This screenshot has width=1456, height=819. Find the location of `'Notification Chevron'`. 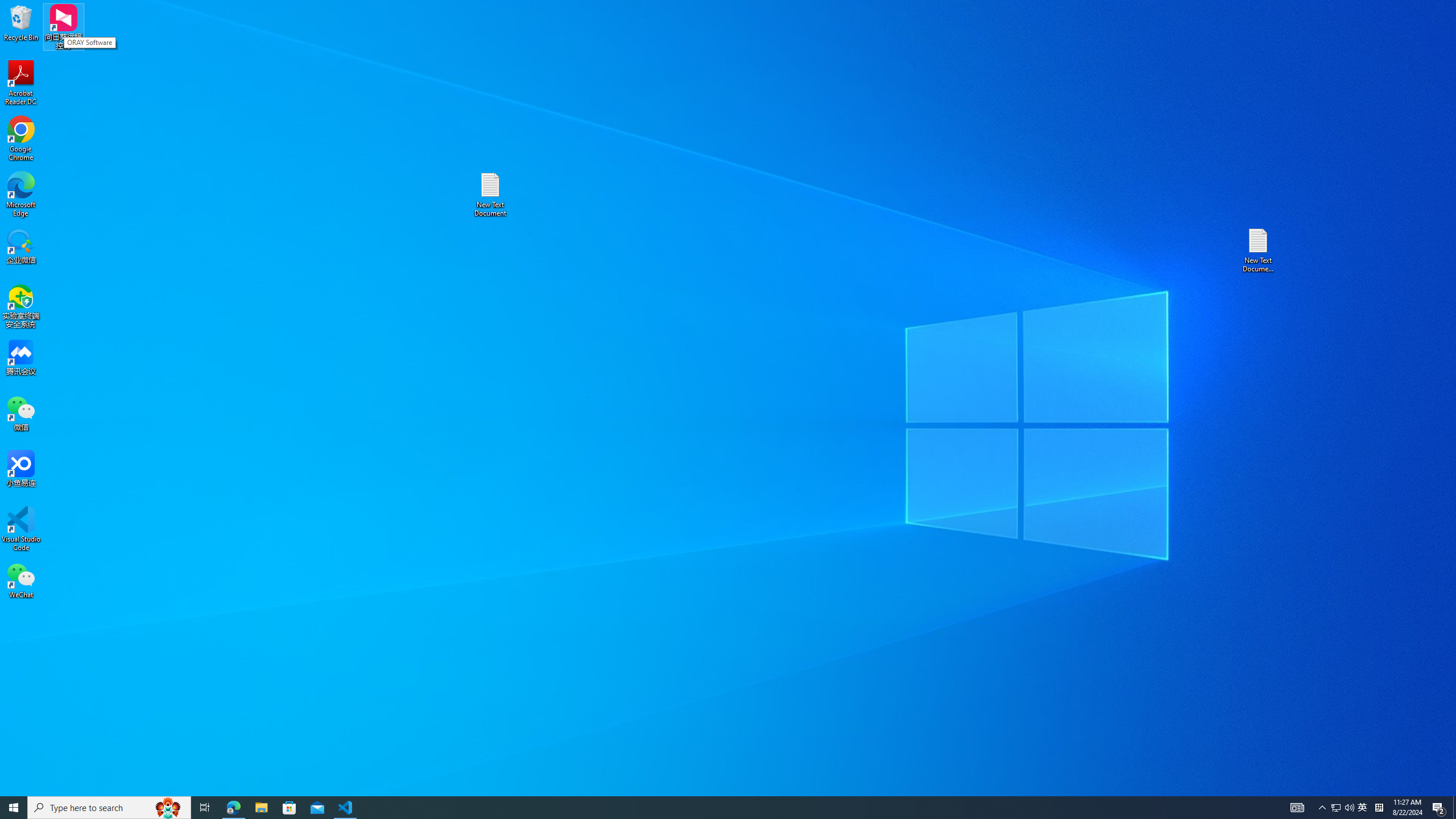

'Notification Chevron' is located at coordinates (1322, 806).